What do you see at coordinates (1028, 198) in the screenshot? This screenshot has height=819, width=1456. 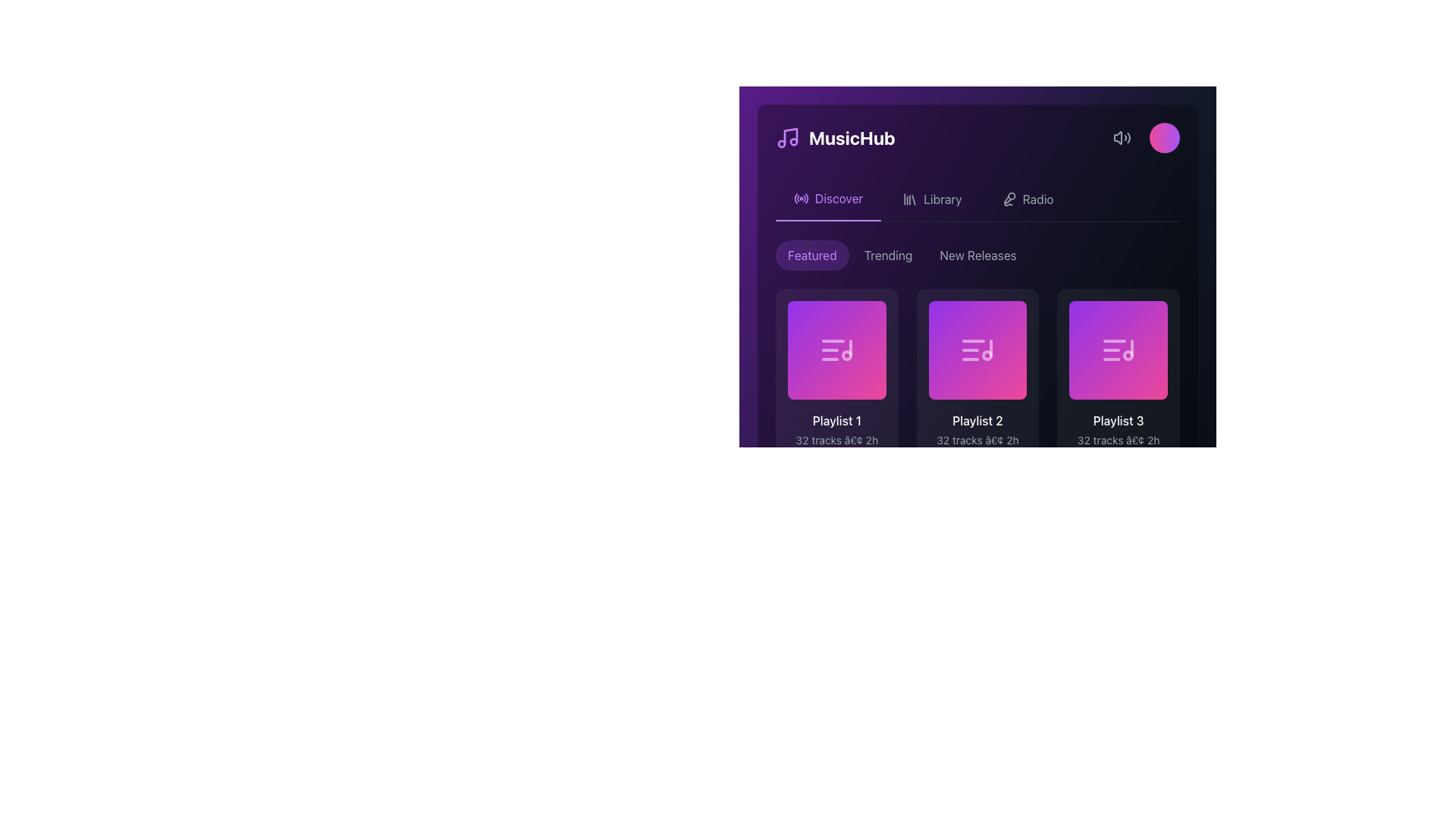 I see `the third option in the horizontal navigation menu, labeled 'Radio', to trigger a color change` at bounding box center [1028, 198].